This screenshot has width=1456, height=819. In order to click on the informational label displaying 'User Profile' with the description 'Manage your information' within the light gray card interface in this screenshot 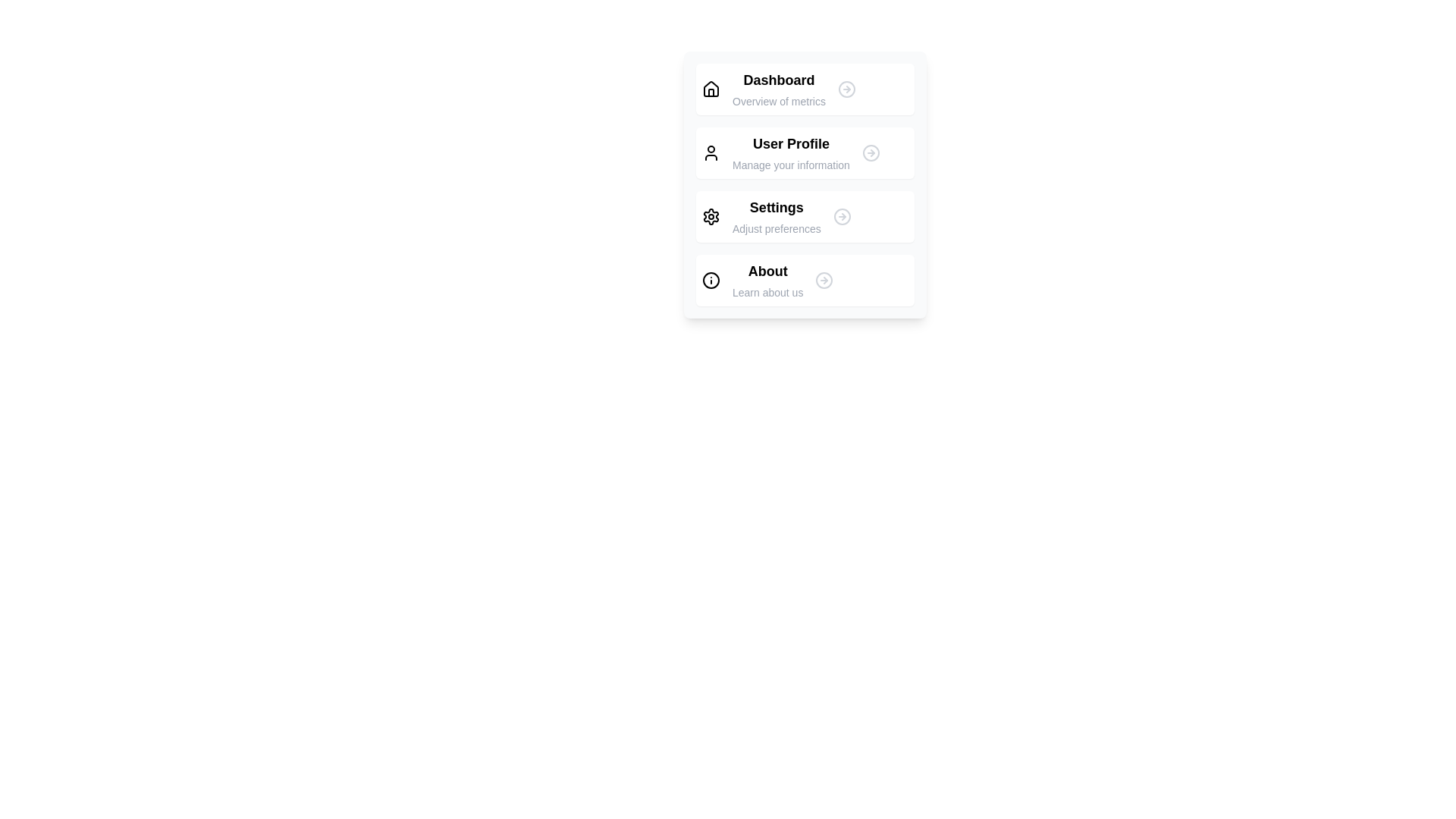, I will do `click(790, 152)`.